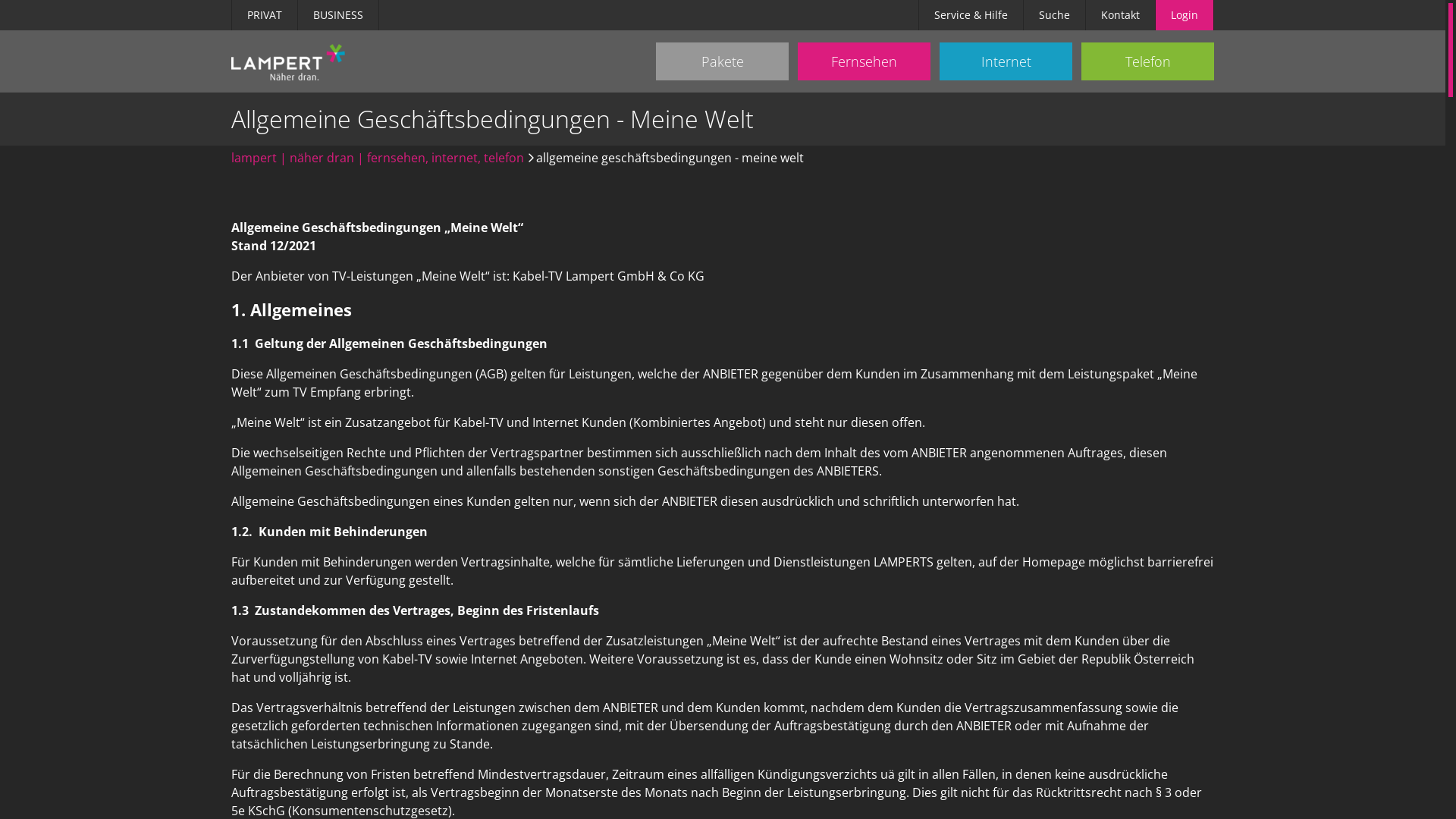  What do you see at coordinates (971, 14) in the screenshot?
I see `'Service & Hilfe'` at bounding box center [971, 14].